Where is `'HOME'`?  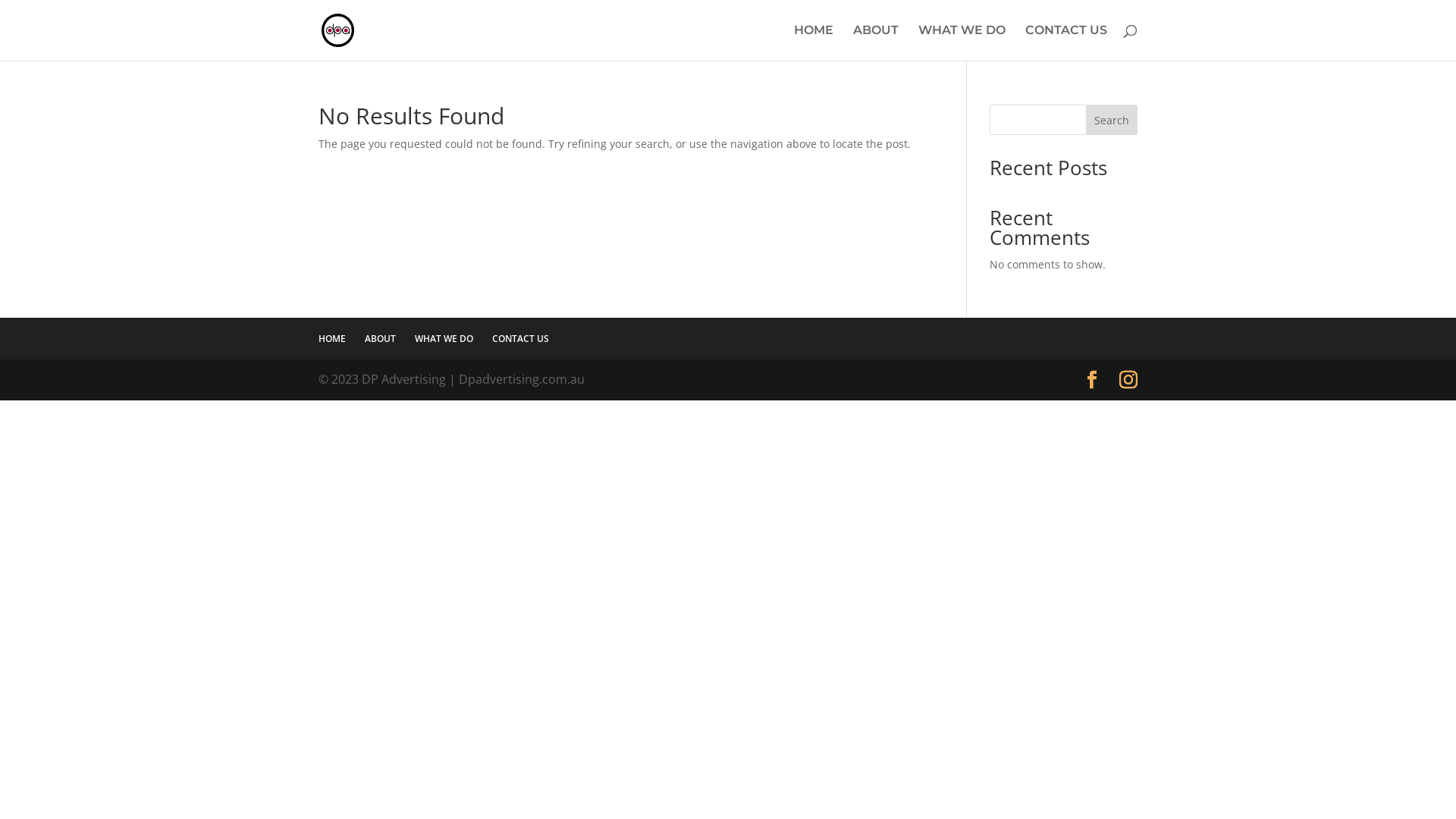
'HOME' is located at coordinates (813, 42).